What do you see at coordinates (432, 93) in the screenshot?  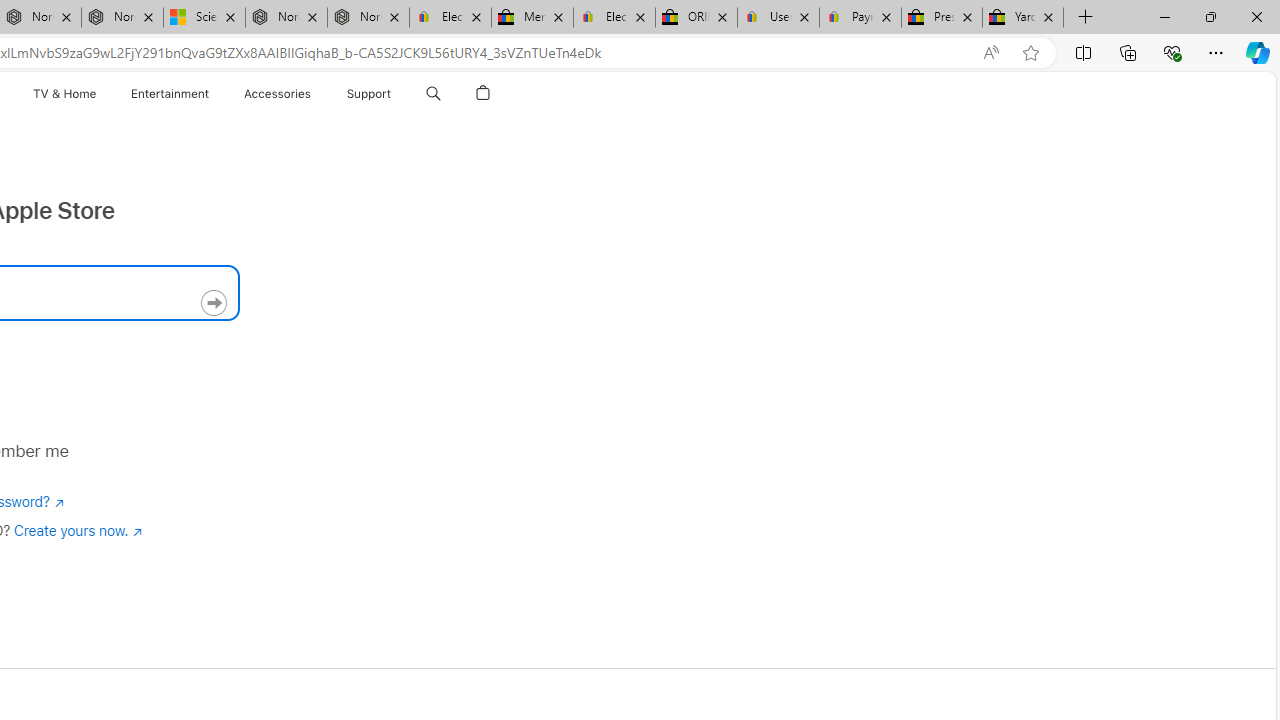 I see `'Class: globalnav-item globalnav-search'` at bounding box center [432, 93].